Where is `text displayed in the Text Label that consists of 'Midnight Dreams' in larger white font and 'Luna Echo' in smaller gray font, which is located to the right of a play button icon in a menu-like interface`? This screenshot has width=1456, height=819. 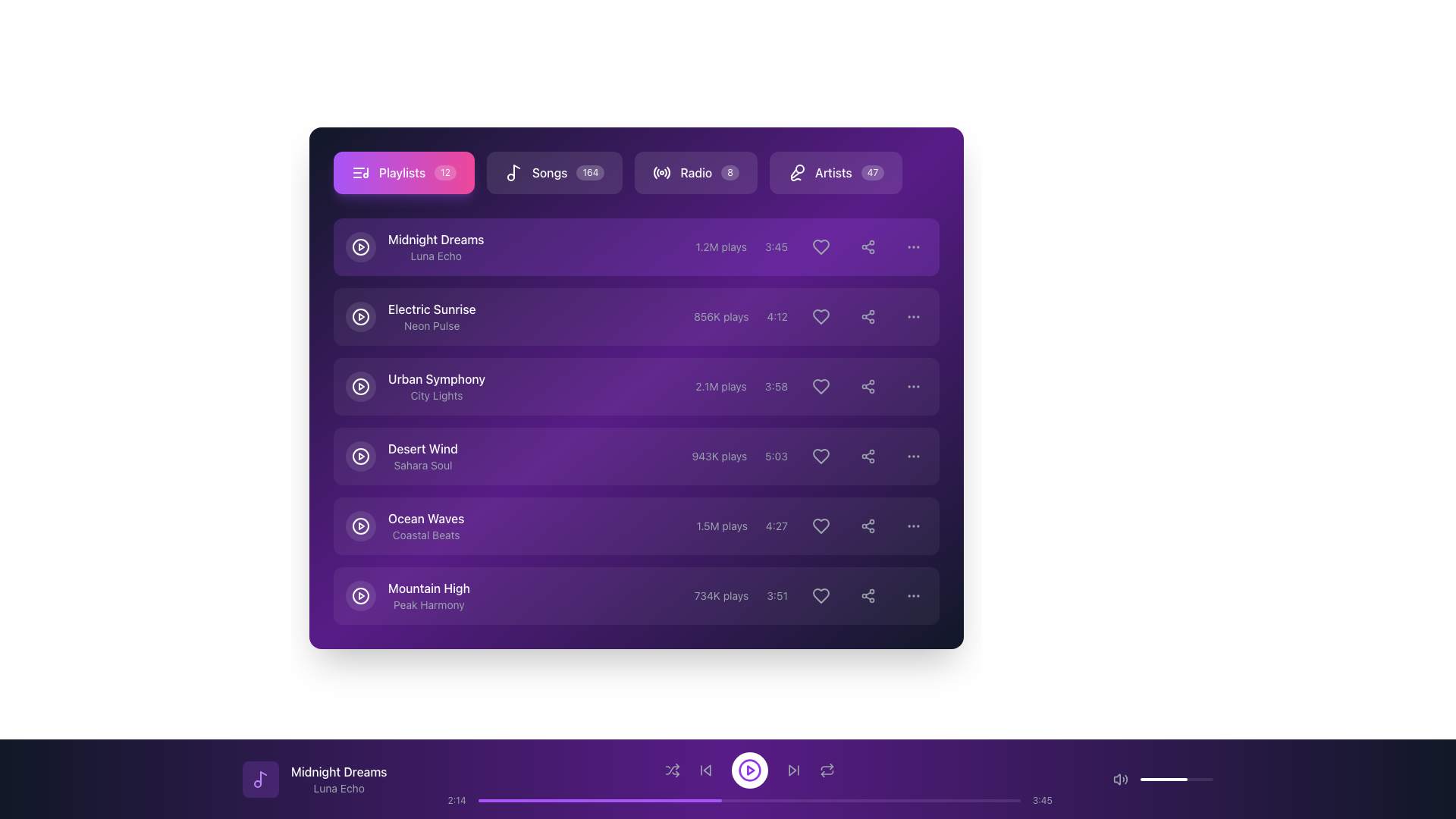 text displayed in the Text Label that consists of 'Midnight Dreams' in larger white font and 'Luna Echo' in smaller gray font, which is located to the right of a play button icon in a menu-like interface is located at coordinates (435, 246).